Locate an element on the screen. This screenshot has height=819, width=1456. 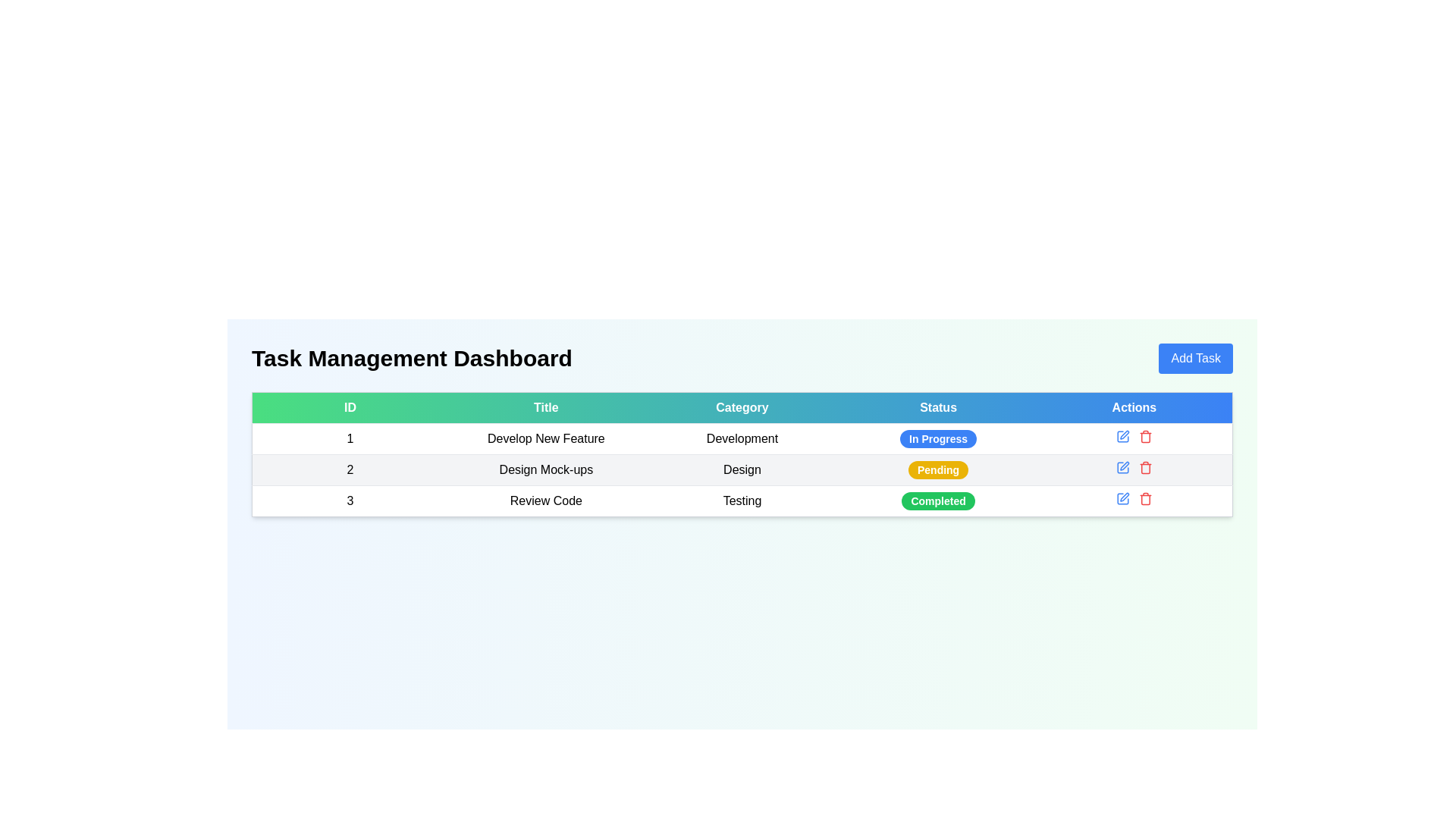
the button located in the top-right corner of the 'Task Management Dashboard' is located at coordinates (1195, 359).